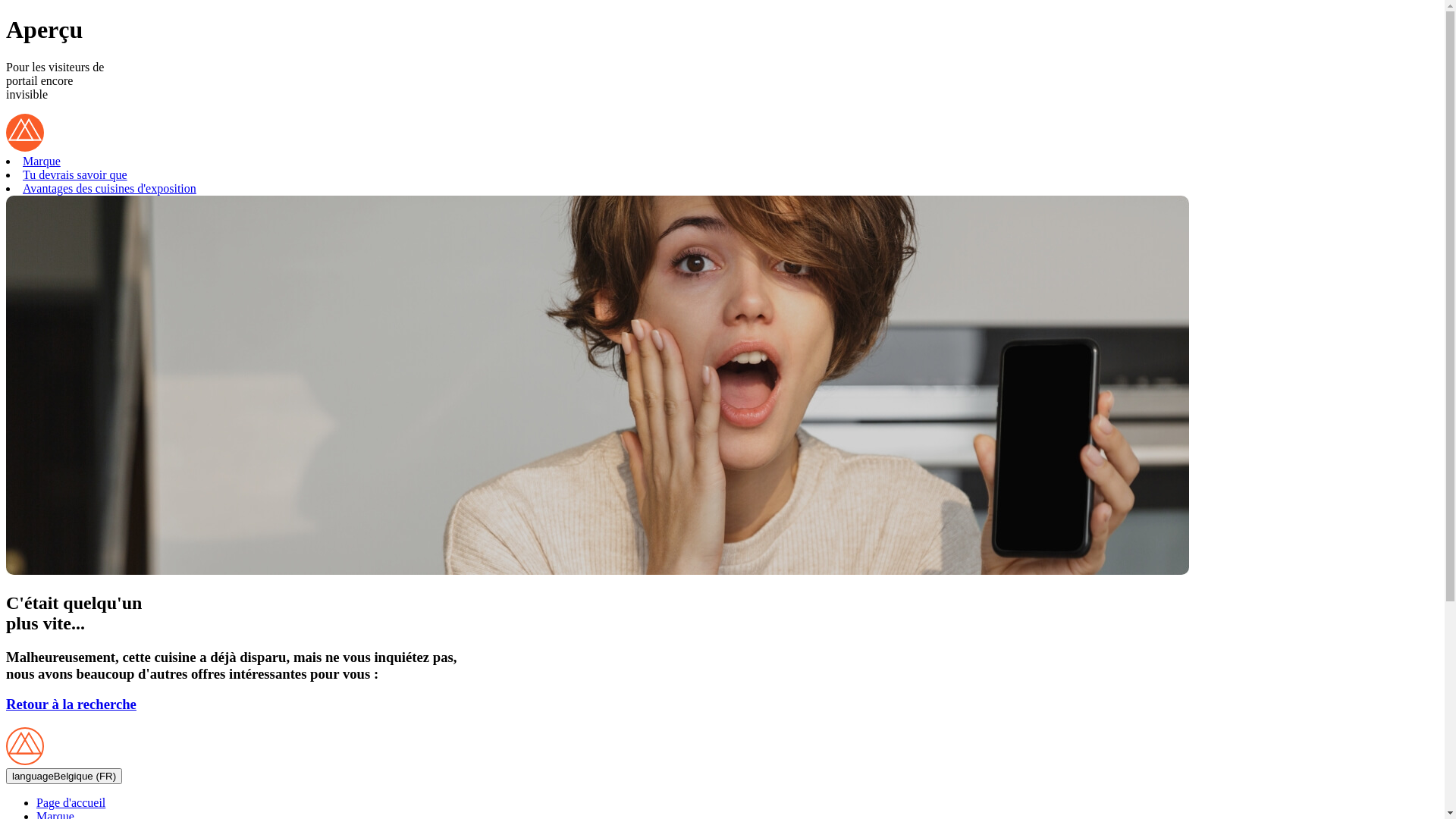 Image resolution: width=1456 pixels, height=819 pixels. What do you see at coordinates (74, 174) in the screenshot?
I see `'Tu devrais savoir que'` at bounding box center [74, 174].